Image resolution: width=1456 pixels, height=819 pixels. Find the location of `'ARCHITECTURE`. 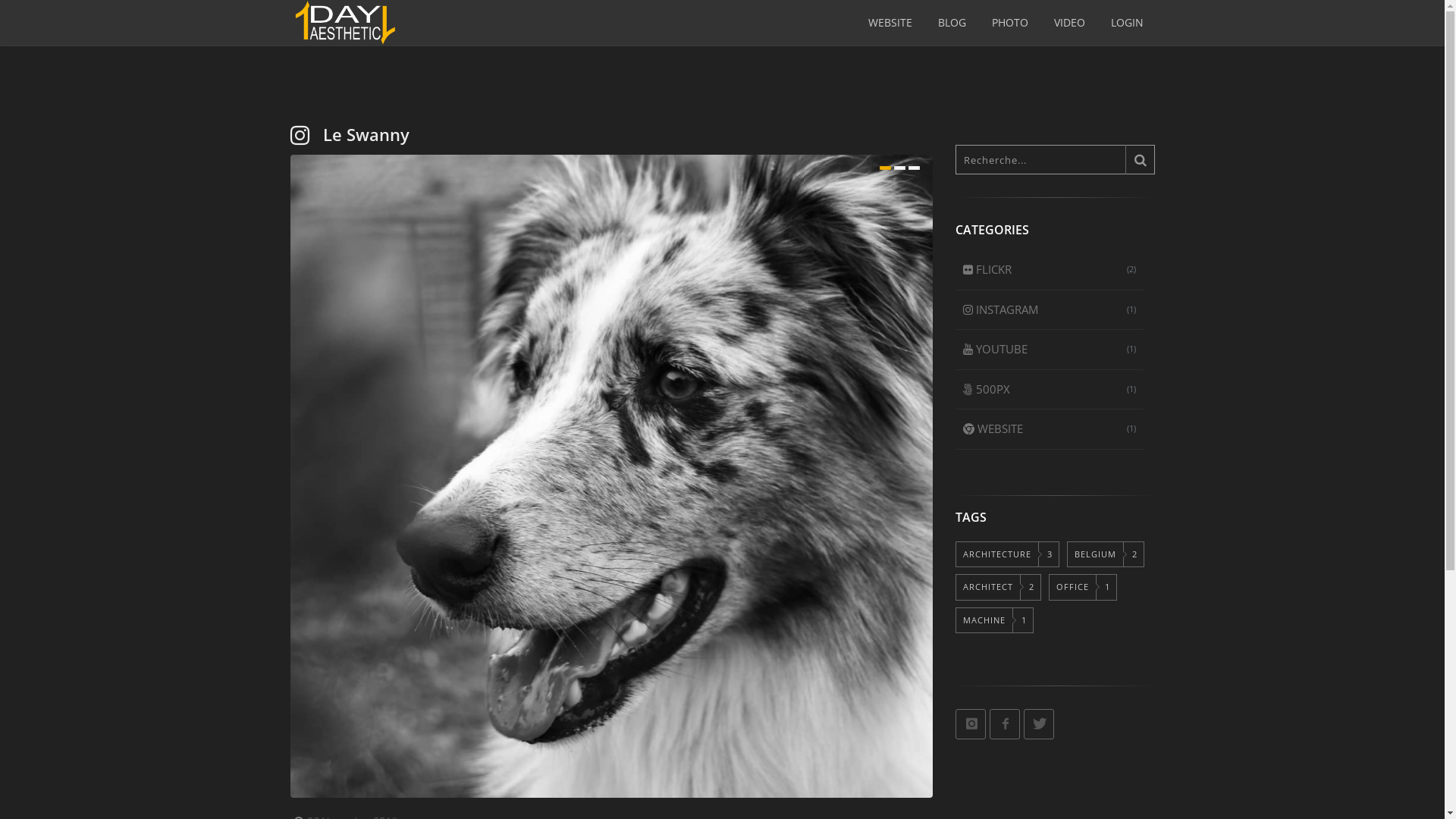

'ARCHITECTURE is located at coordinates (1007, 554).